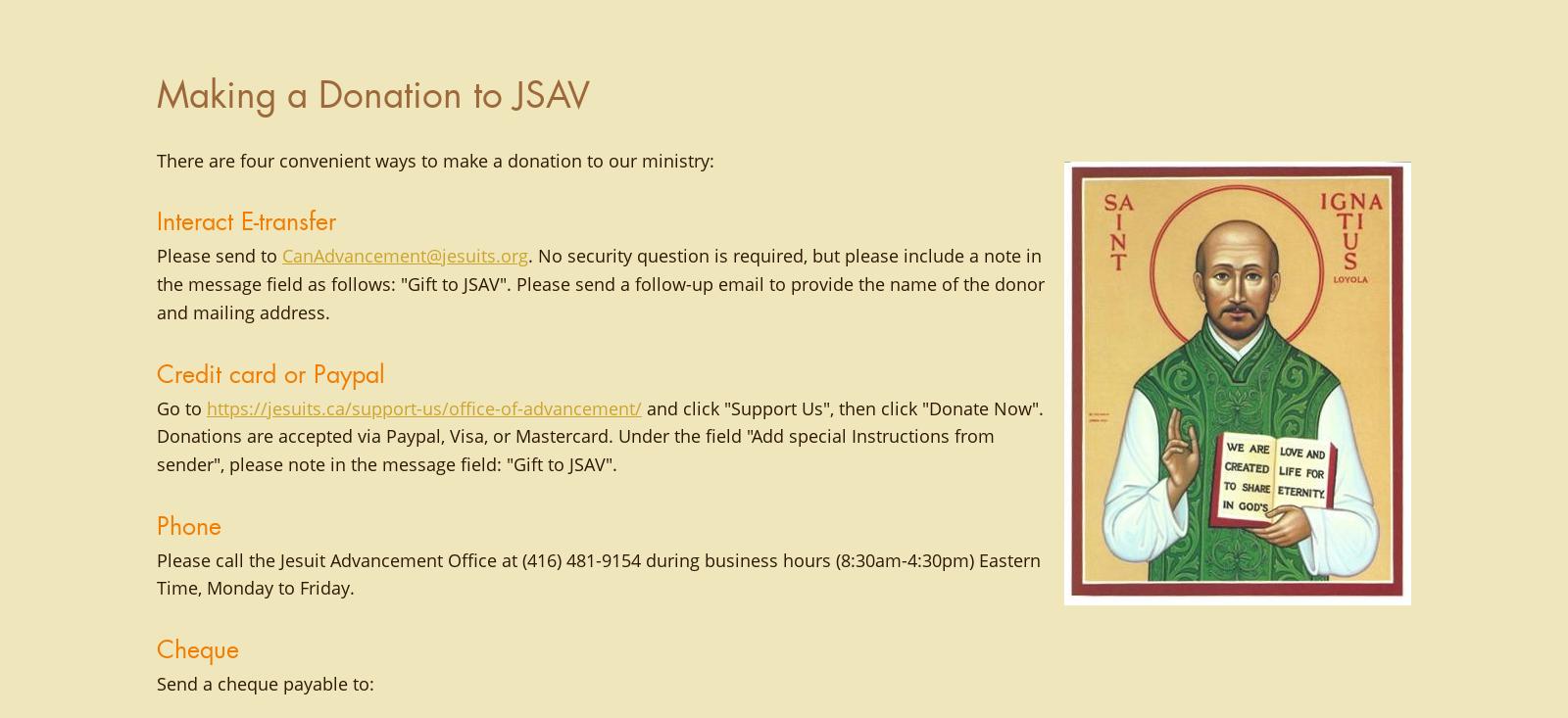  I want to click on 'Please call the Jesuit Advancement Office at (416) 481-9154 during business hours (8:30am-4:30pm) Eastern Time, Monday to Friday.', so click(599, 573).